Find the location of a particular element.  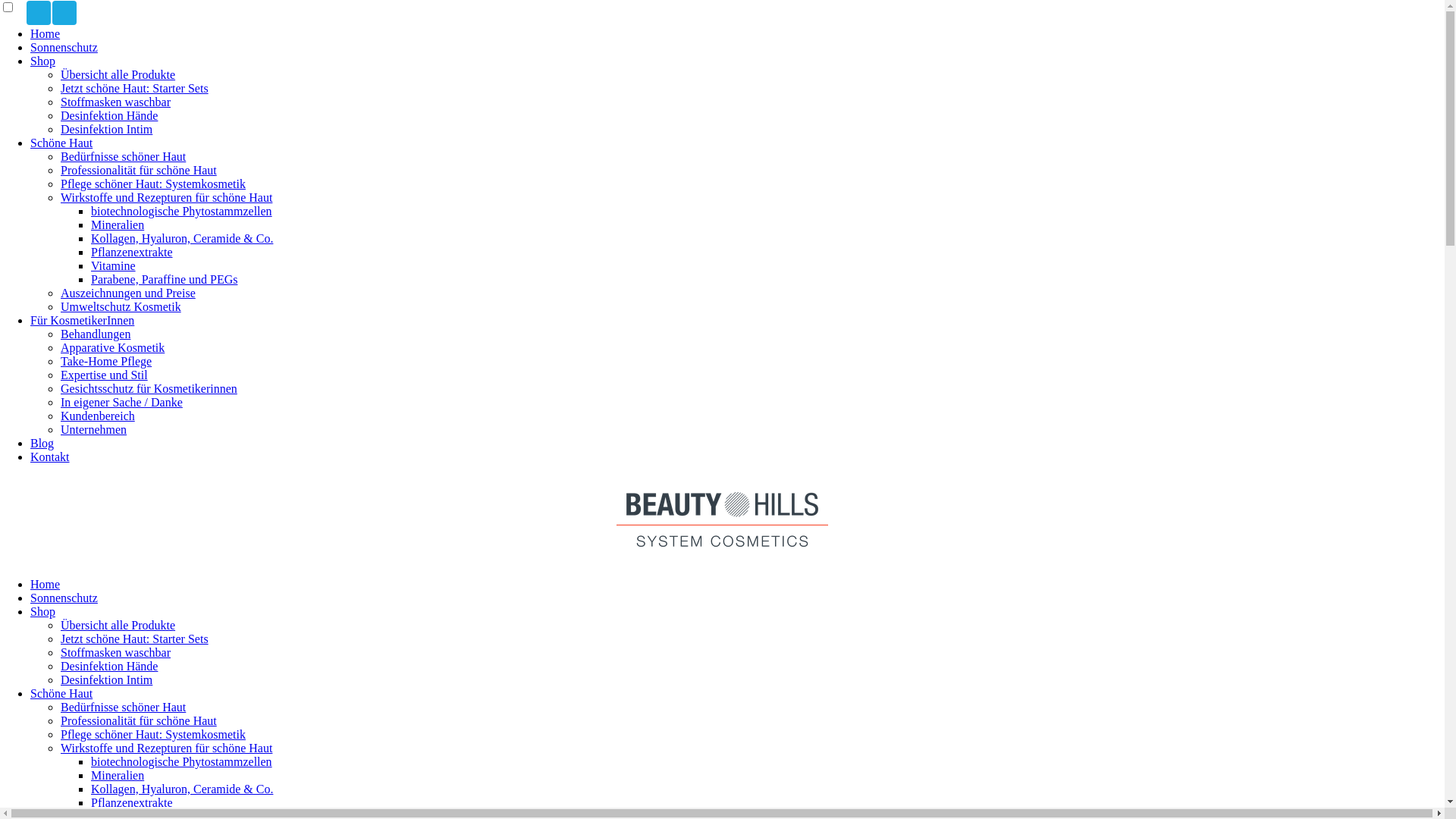

' ' is located at coordinates (64, 12).